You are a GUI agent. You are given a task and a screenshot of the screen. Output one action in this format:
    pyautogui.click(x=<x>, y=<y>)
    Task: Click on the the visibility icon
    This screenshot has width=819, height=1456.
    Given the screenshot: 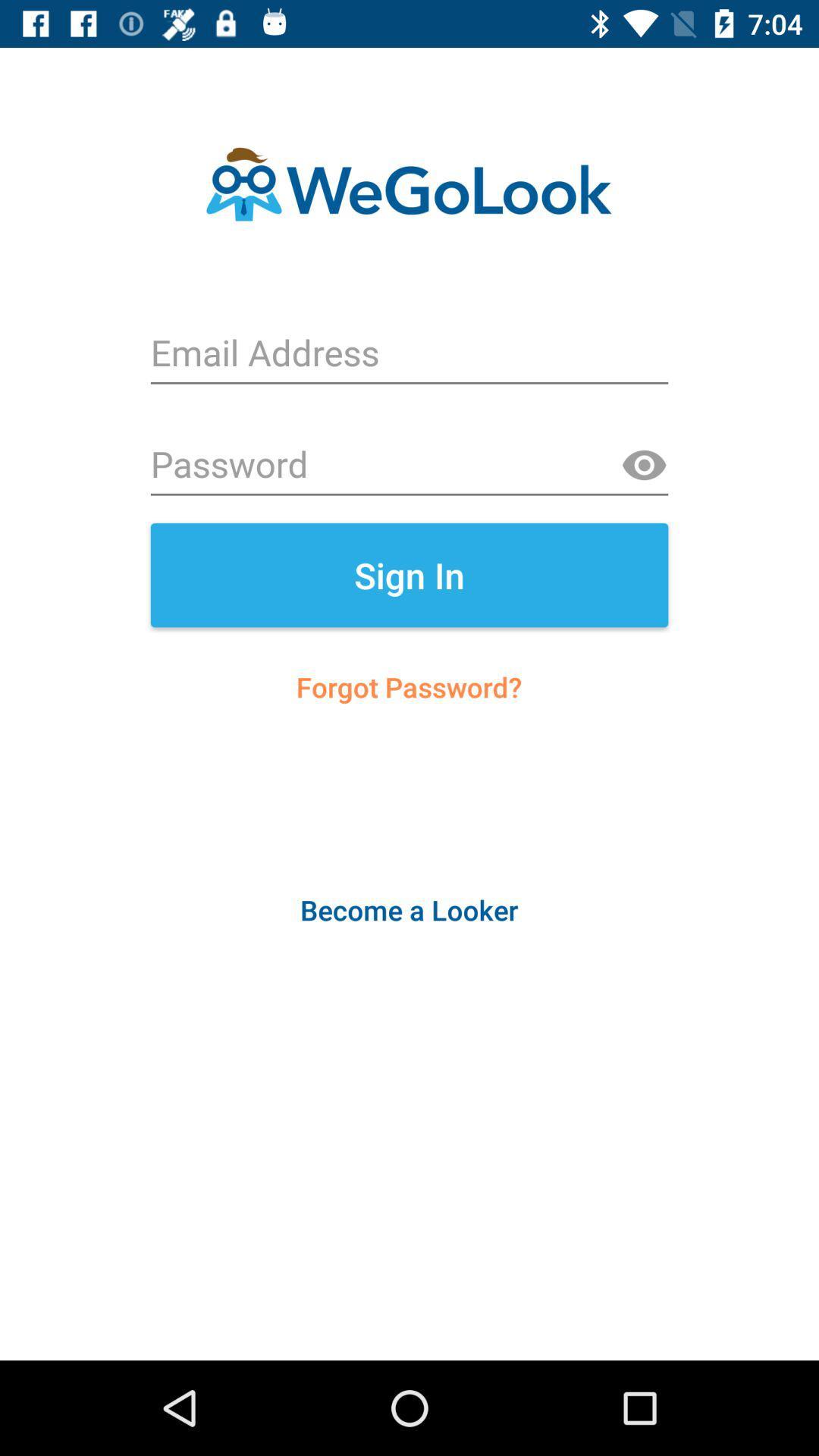 What is the action you would take?
    pyautogui.click(x=644, y=465)
    